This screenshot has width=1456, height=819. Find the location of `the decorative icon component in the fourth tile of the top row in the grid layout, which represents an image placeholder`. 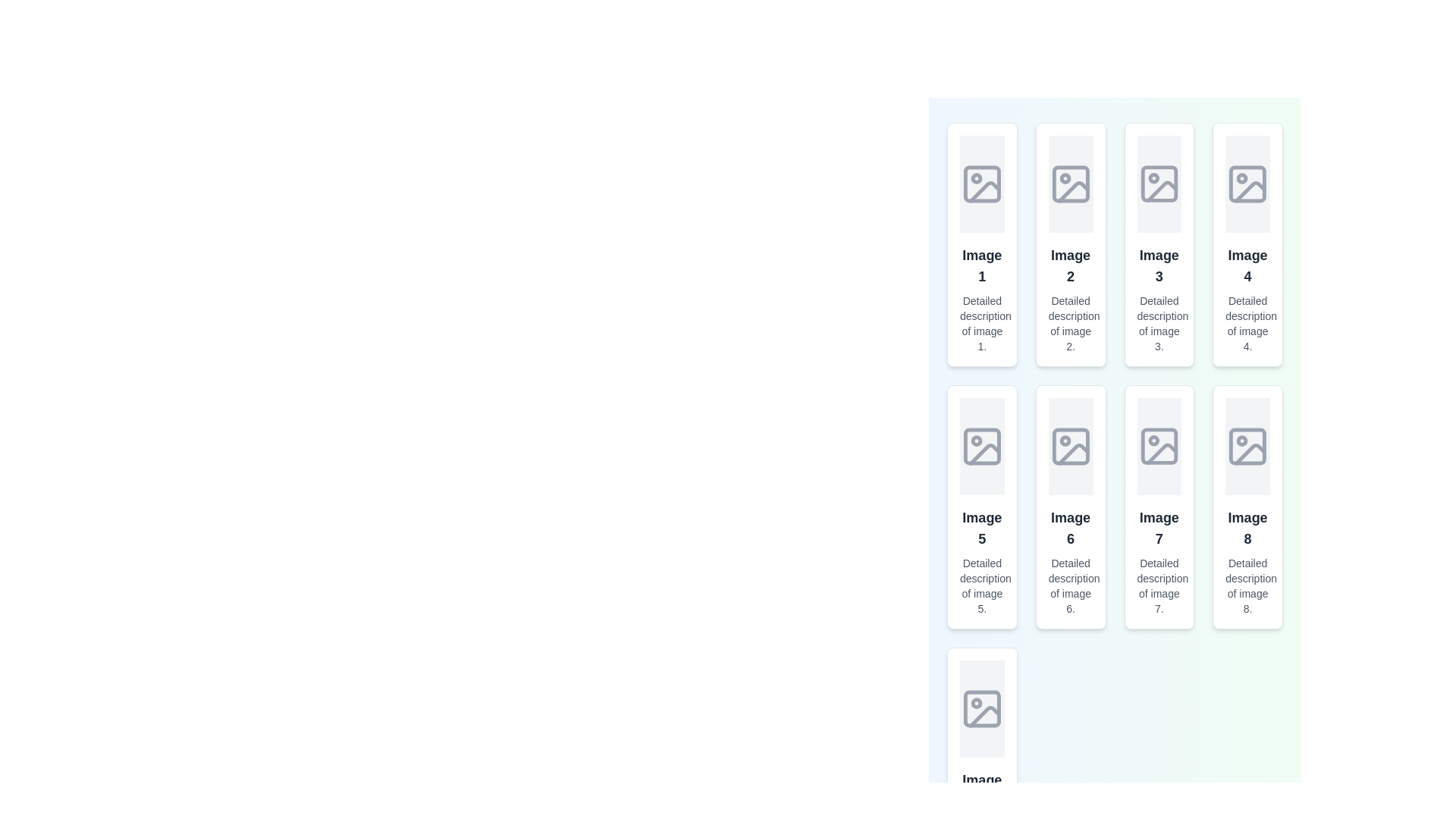

the decorative icon component in the fourth tile of the top row in the grid layout, which represents an image placeholder is located at coordinates (1250, 191).